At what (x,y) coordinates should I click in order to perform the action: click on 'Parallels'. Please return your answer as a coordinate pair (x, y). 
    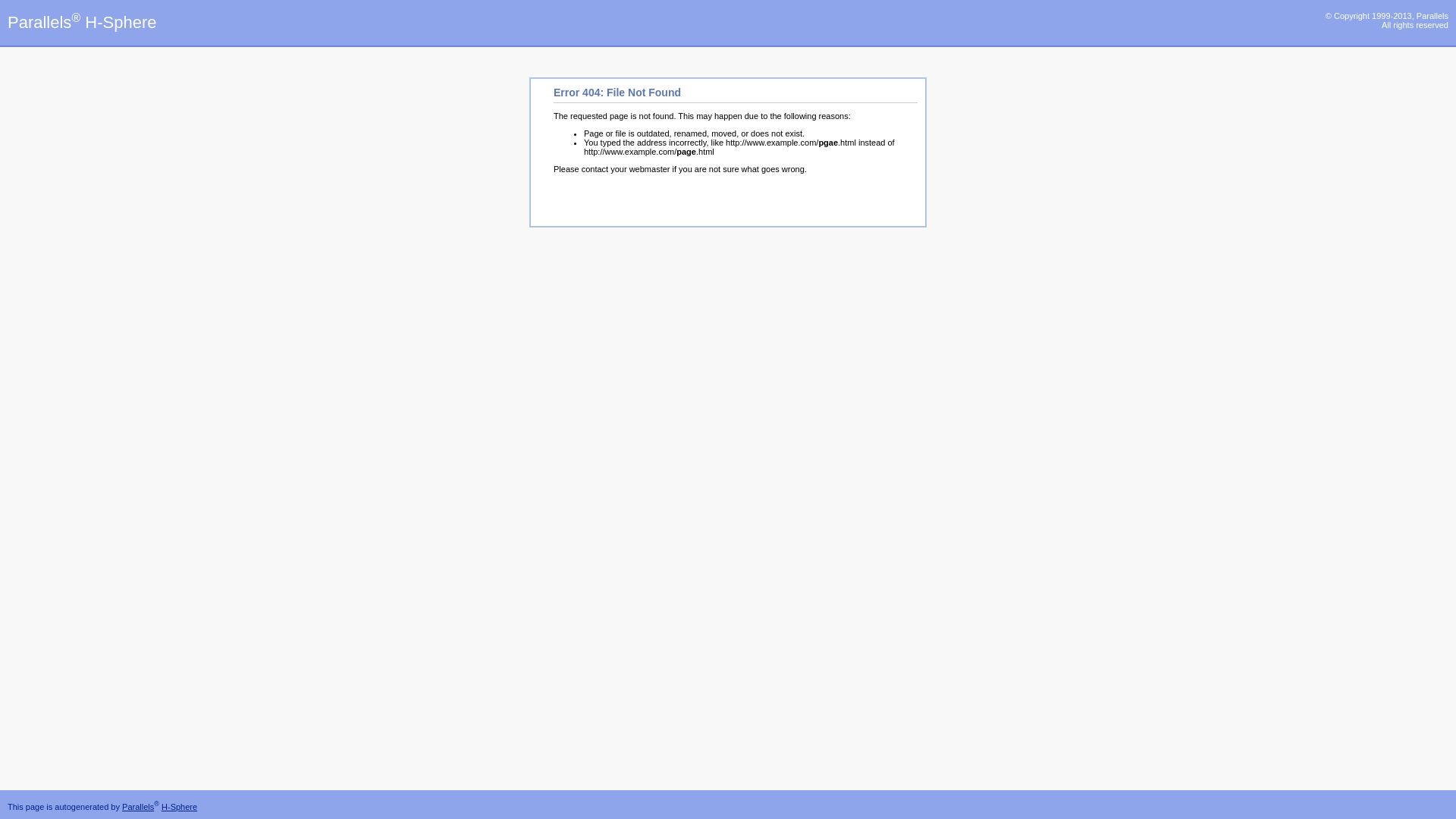
    Looking at the image, I should click on (122, 806).